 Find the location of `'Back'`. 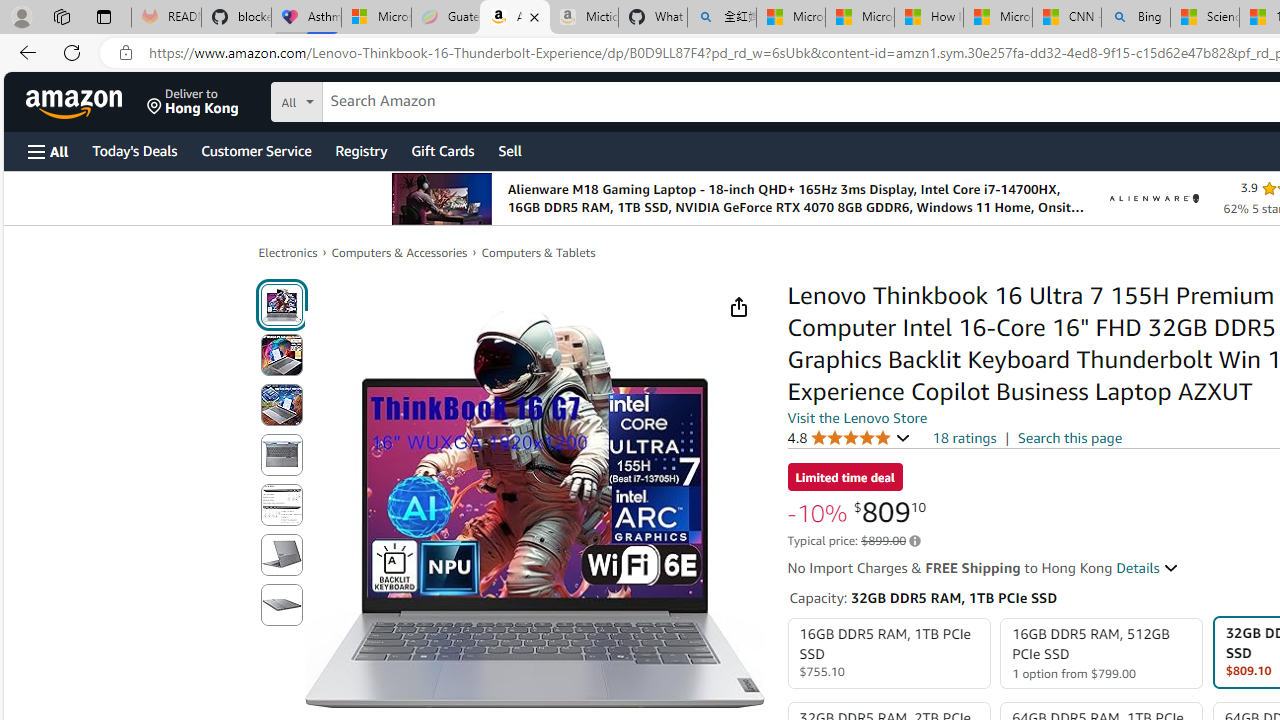

'Back' is located at coordinates (24, 51).